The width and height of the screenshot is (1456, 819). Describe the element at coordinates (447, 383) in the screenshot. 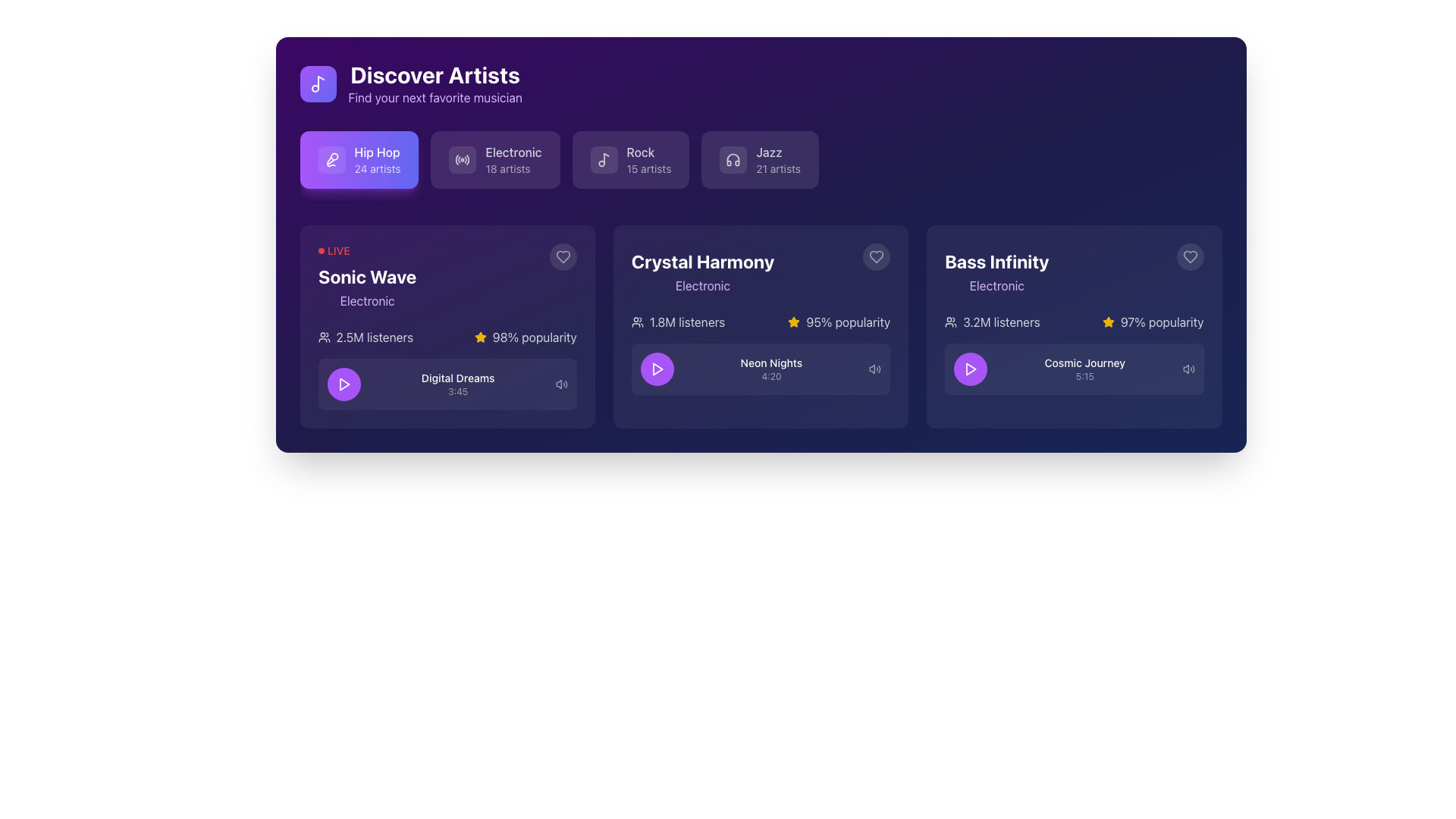

I see `the audio track list item for 'Digital Dreams' (3:45) located within the purple card for the 'Sonic Wave' artist` at that location.